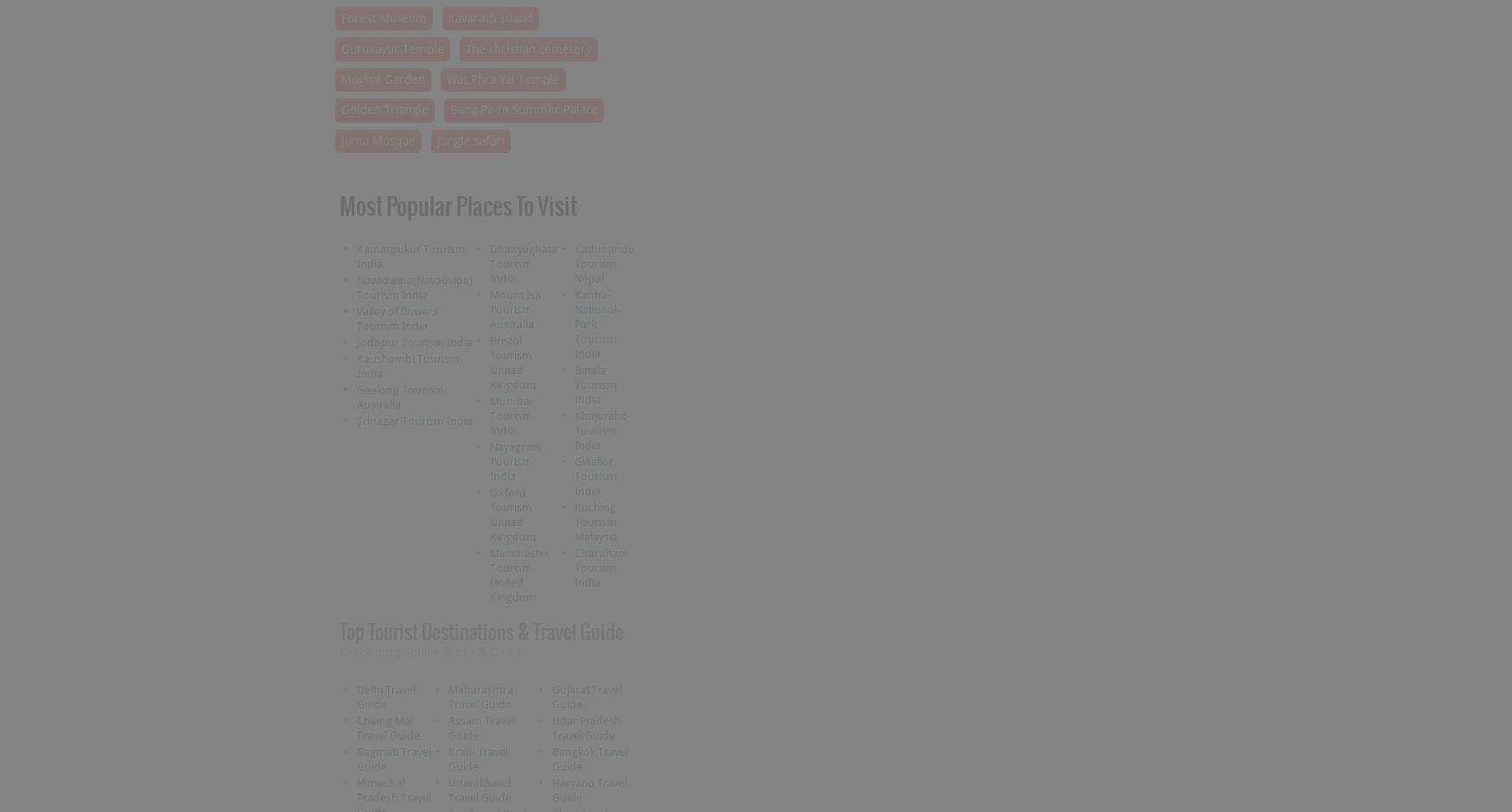  What do you see at coordinates (480, 695) in the screenshot?
I see `'Maharashtra Travel Guide'` at bounding box center [480, 695].